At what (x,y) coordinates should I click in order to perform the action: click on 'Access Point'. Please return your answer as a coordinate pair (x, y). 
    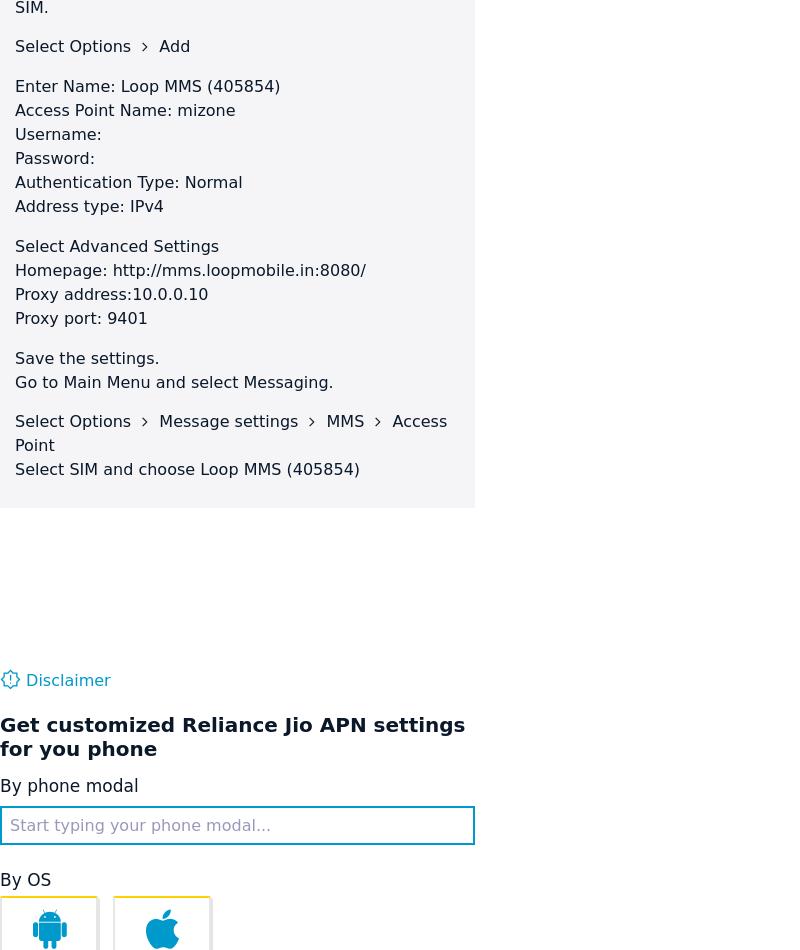
    Looking at the image, I should click on (231, 432).